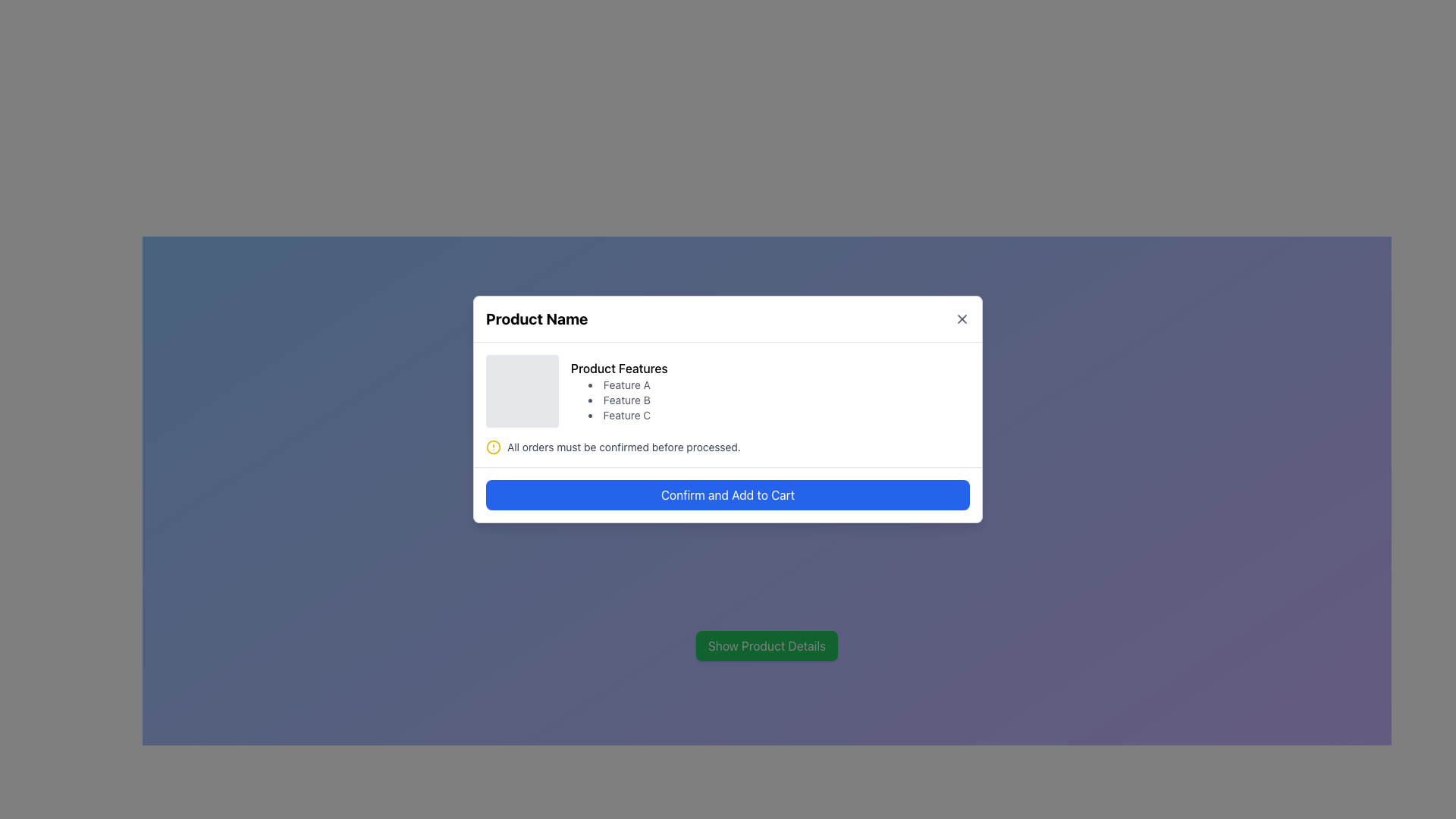 Image resolution: width=1456 pixels, height=819 pixels. What do you see at coordinates (728, 494) in the screenshot?
I see `the 'Confirm and Add to Cart' button, which is a blue rectangular button with white text, located at the bottom of the dialog box` at bounding box center [728, 494].